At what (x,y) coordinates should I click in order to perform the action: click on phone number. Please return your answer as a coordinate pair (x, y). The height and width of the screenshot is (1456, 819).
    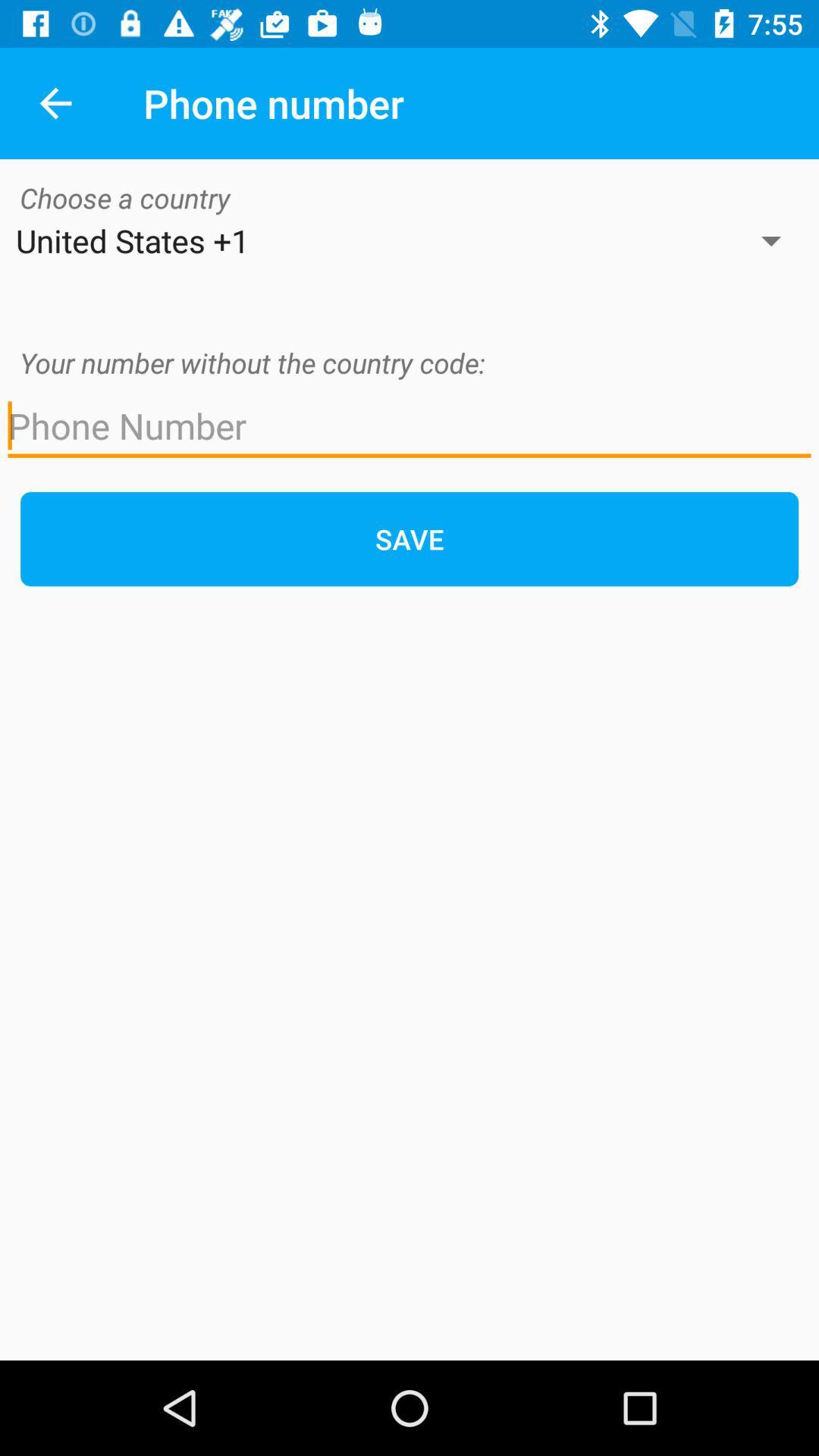
    Looking at the image, I should click on (409, 425).